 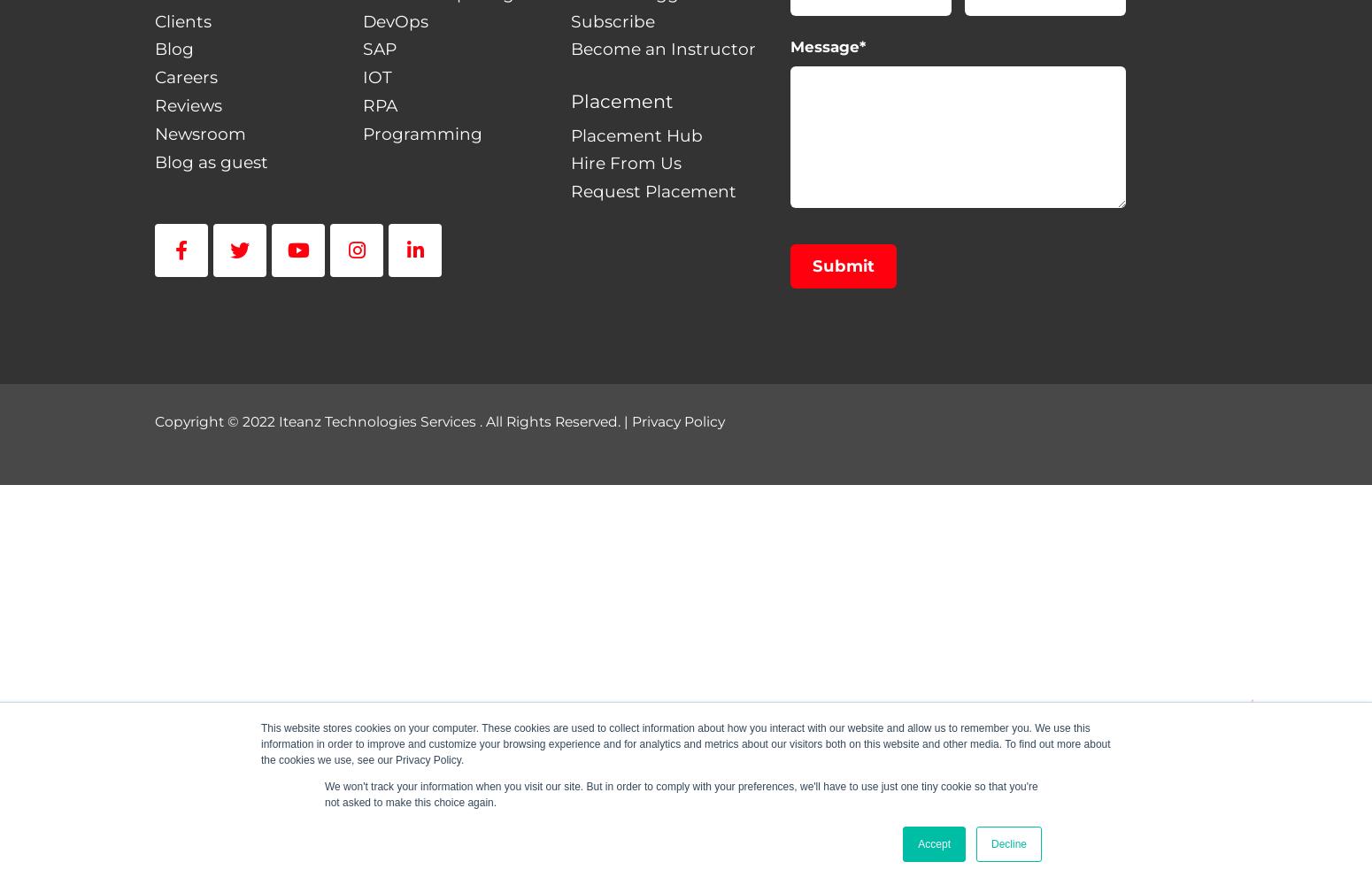 I want to click on 'Copyright © 2022 Iteanz Technologies Services . All Rights Reserved. |', so click(x=393, y=419).